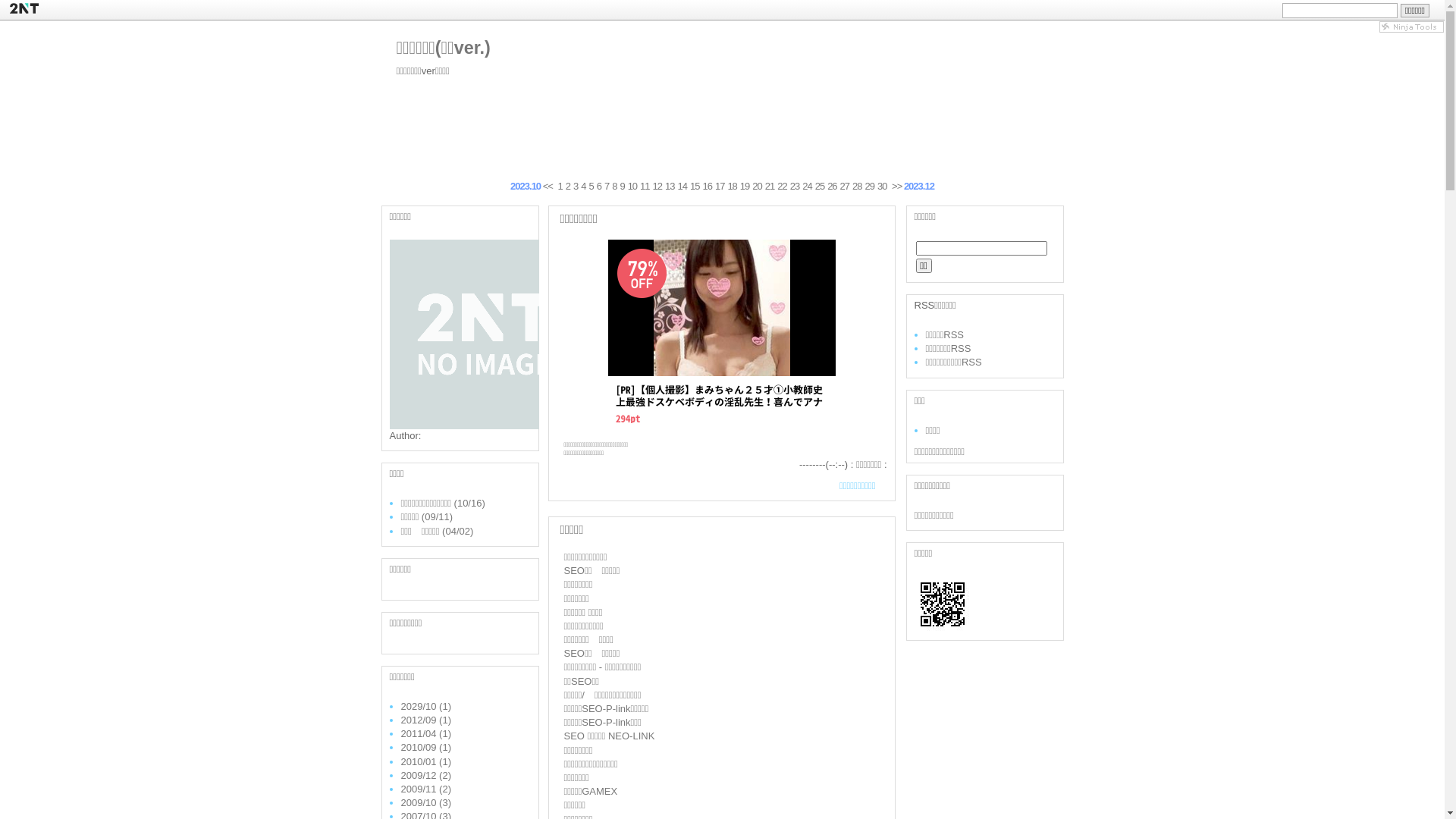 The height and width of the screenshot is (819, 1456). What do you see at coordinates (425, 733) in the screenshot?
I see `'2011/04 (1)'` at bounding box center [425, 733].